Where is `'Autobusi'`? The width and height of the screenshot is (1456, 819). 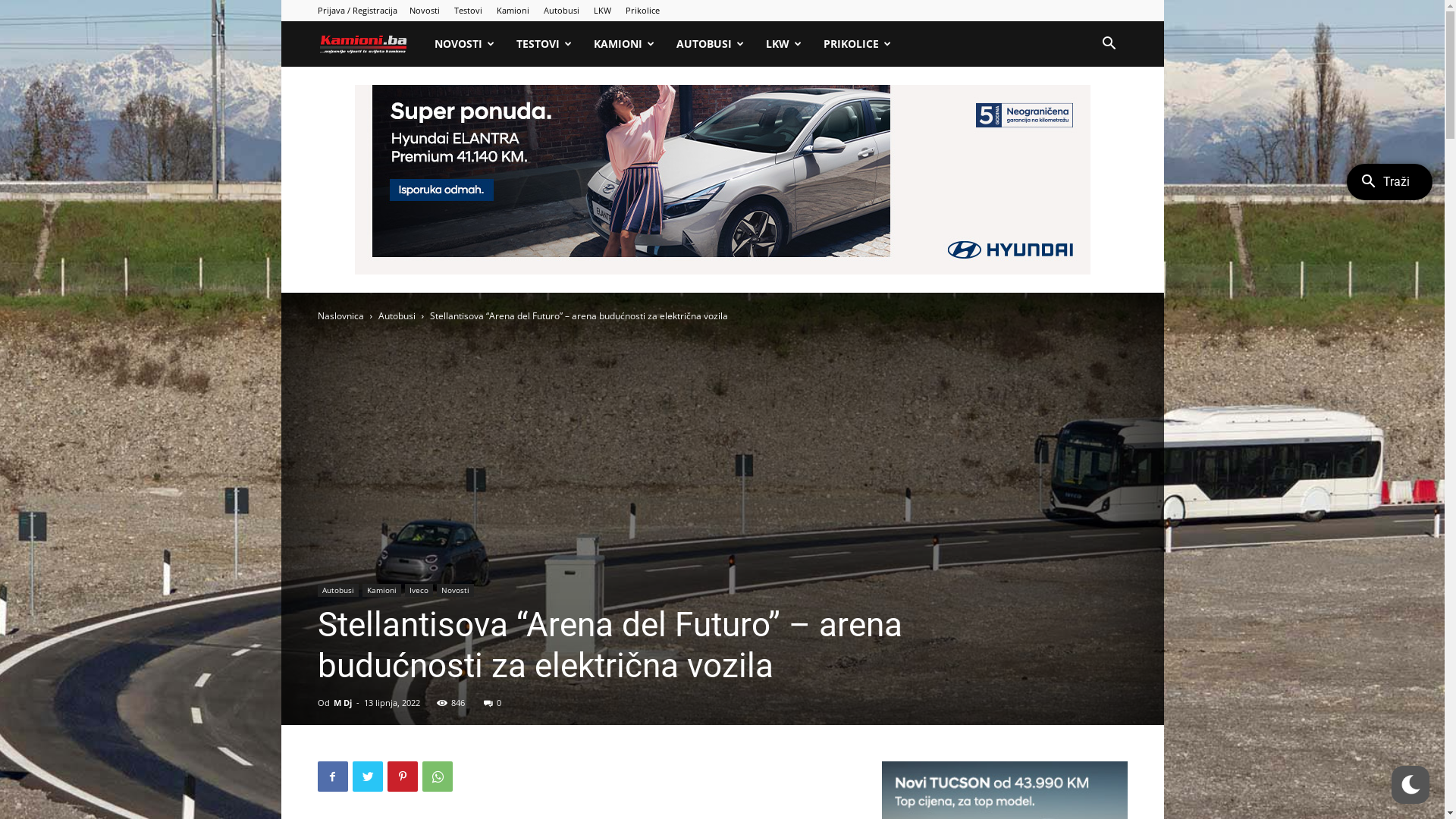
'Autobusi' is located at coordinates (542, 10).